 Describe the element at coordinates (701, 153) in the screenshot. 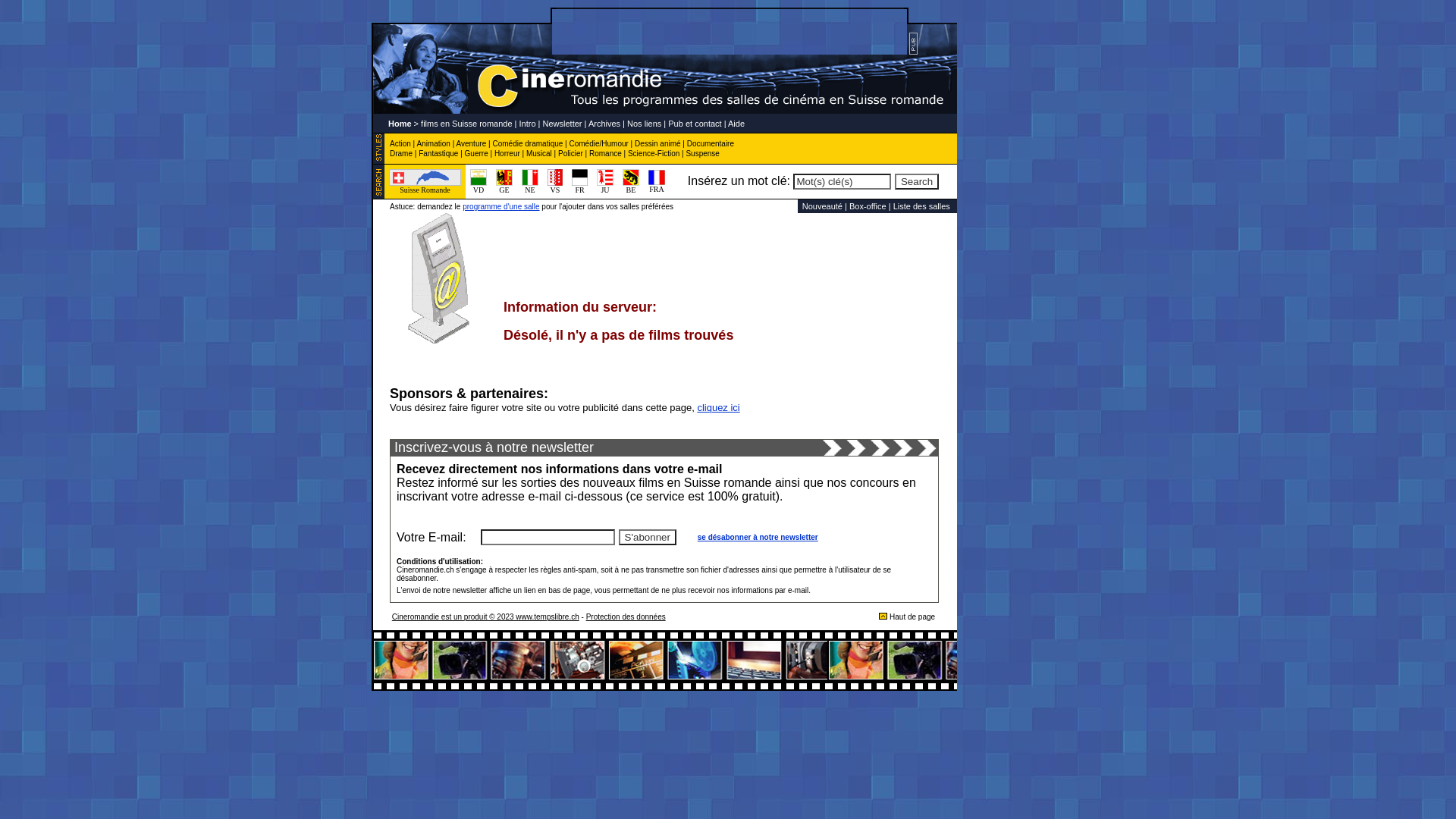

I see `'Suspense'` at that location.